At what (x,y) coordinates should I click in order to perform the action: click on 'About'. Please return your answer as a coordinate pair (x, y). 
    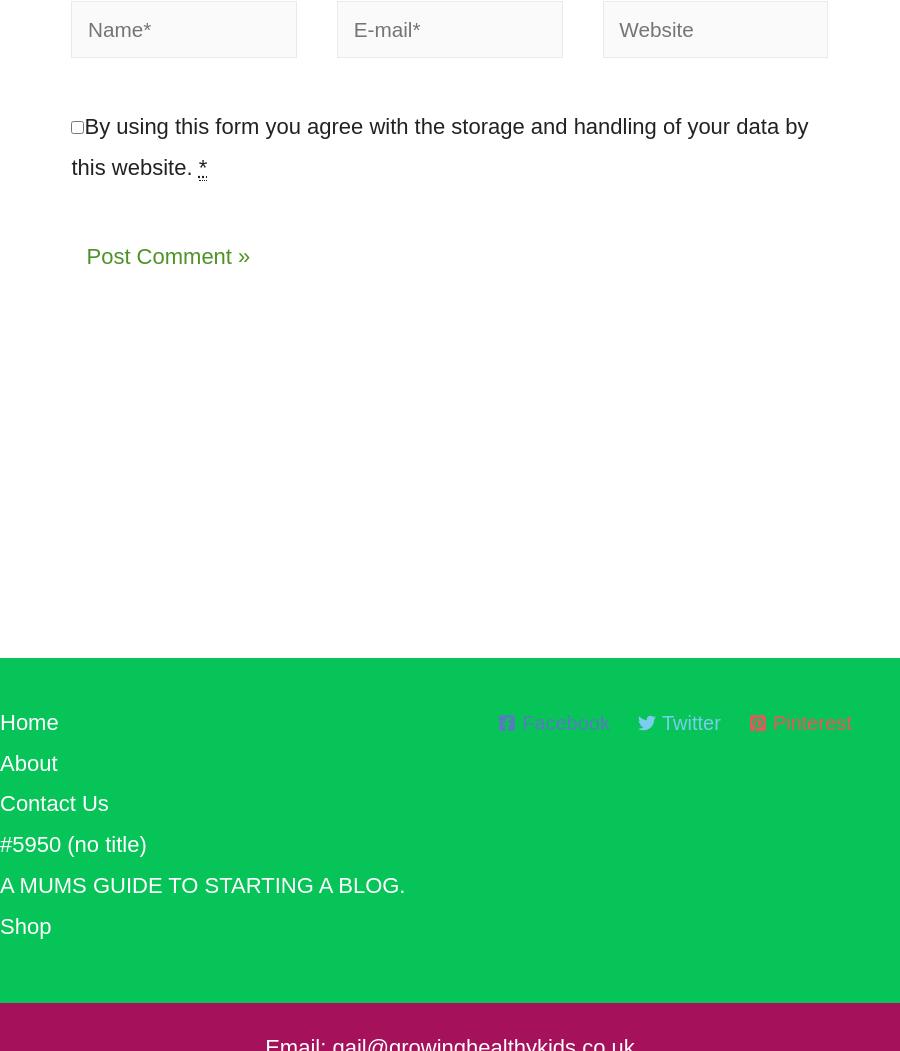
    Looking at the image, I should click on (0, 771).